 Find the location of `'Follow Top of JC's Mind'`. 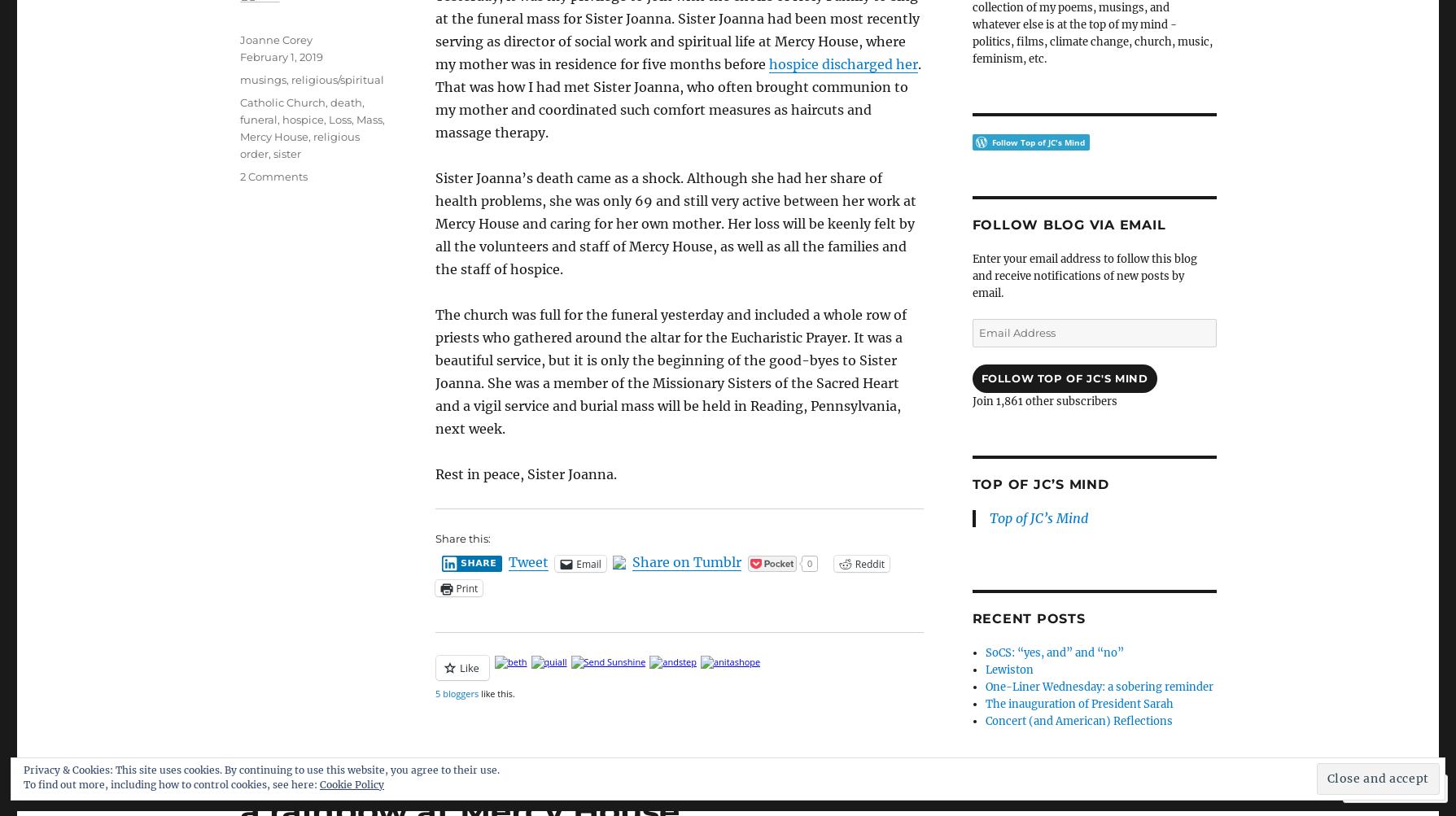

'Follow Top of JC's Mind' is located at coordinates (1064, 377).